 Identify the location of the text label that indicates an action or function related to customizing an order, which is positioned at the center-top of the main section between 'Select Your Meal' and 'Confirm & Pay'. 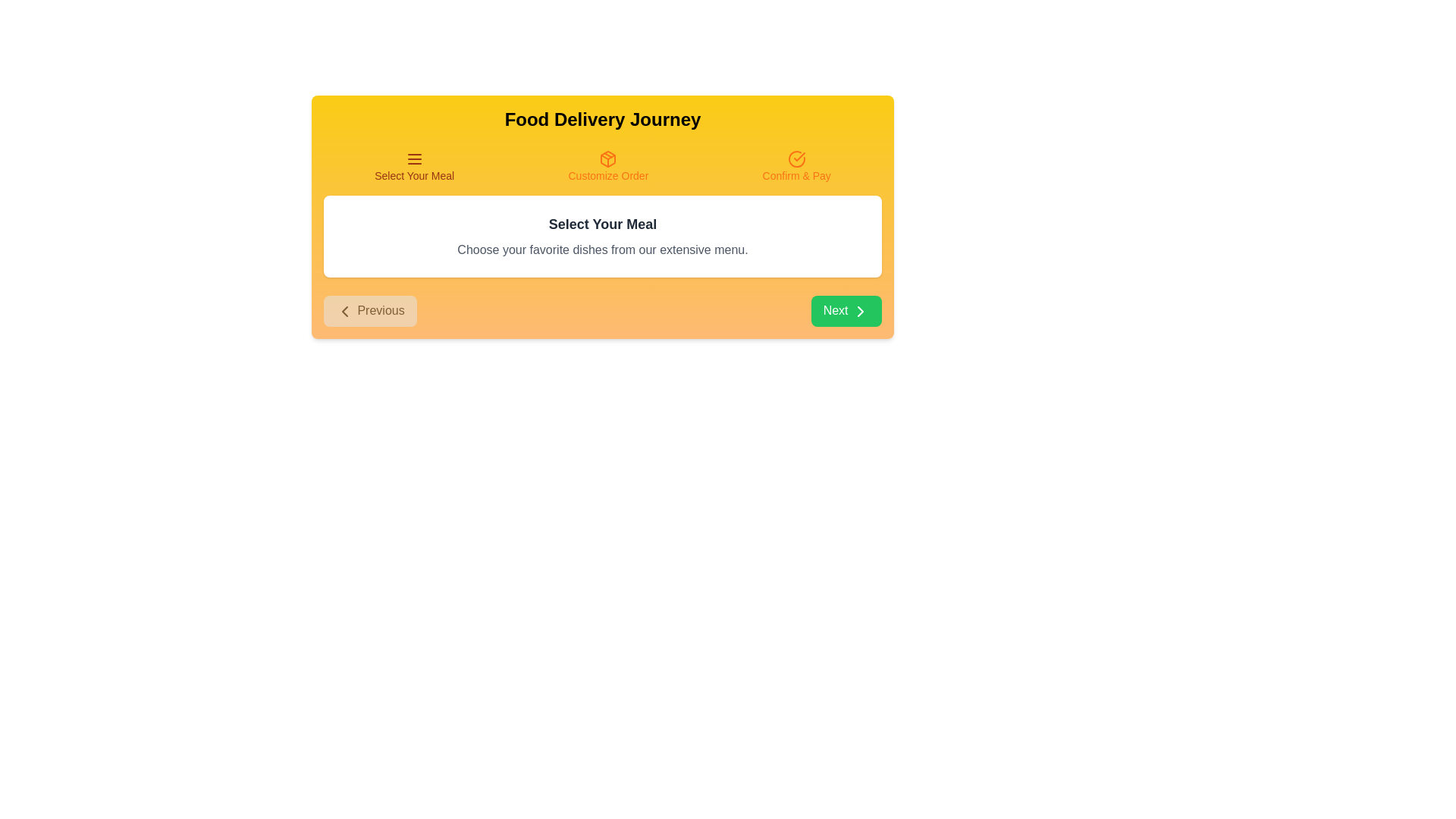
(608, 174).